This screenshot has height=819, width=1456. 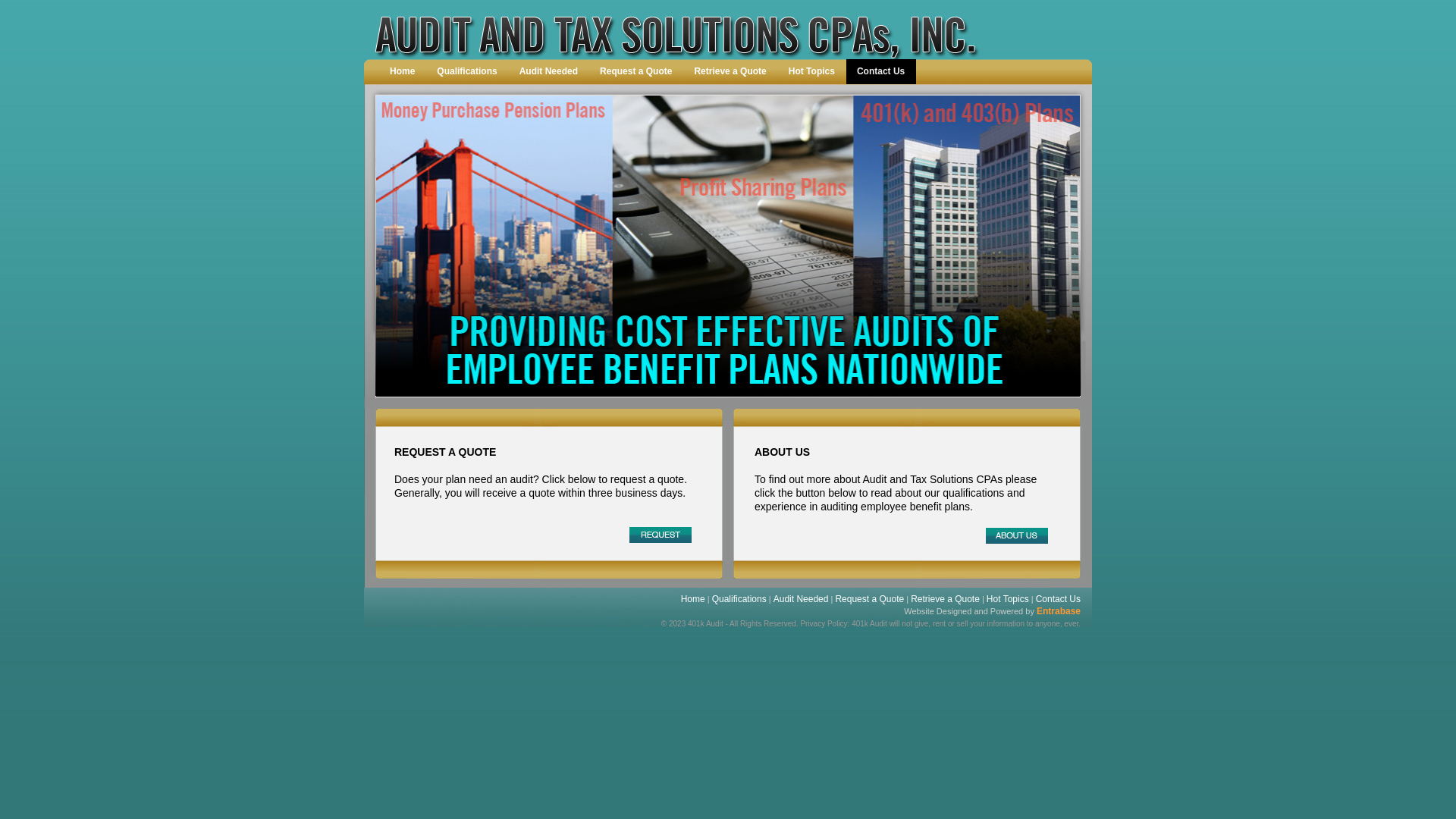 What do you see at coordinates (636, 71) in the screenshot?
I see `'Request a Quote'` at bounding box center [636, 71].